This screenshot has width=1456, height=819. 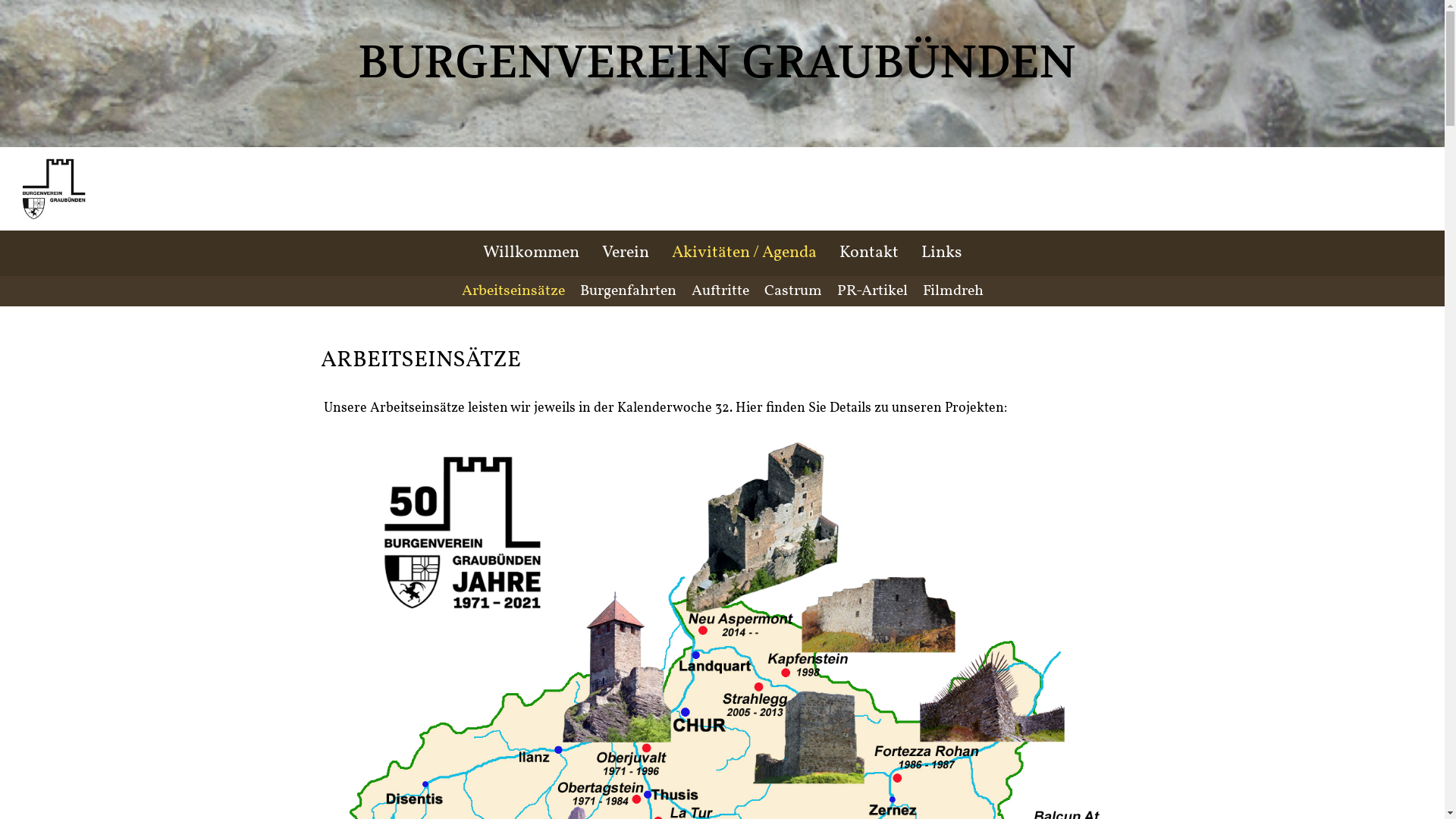 I want to click on 'Links', so click(x=940, y=253).